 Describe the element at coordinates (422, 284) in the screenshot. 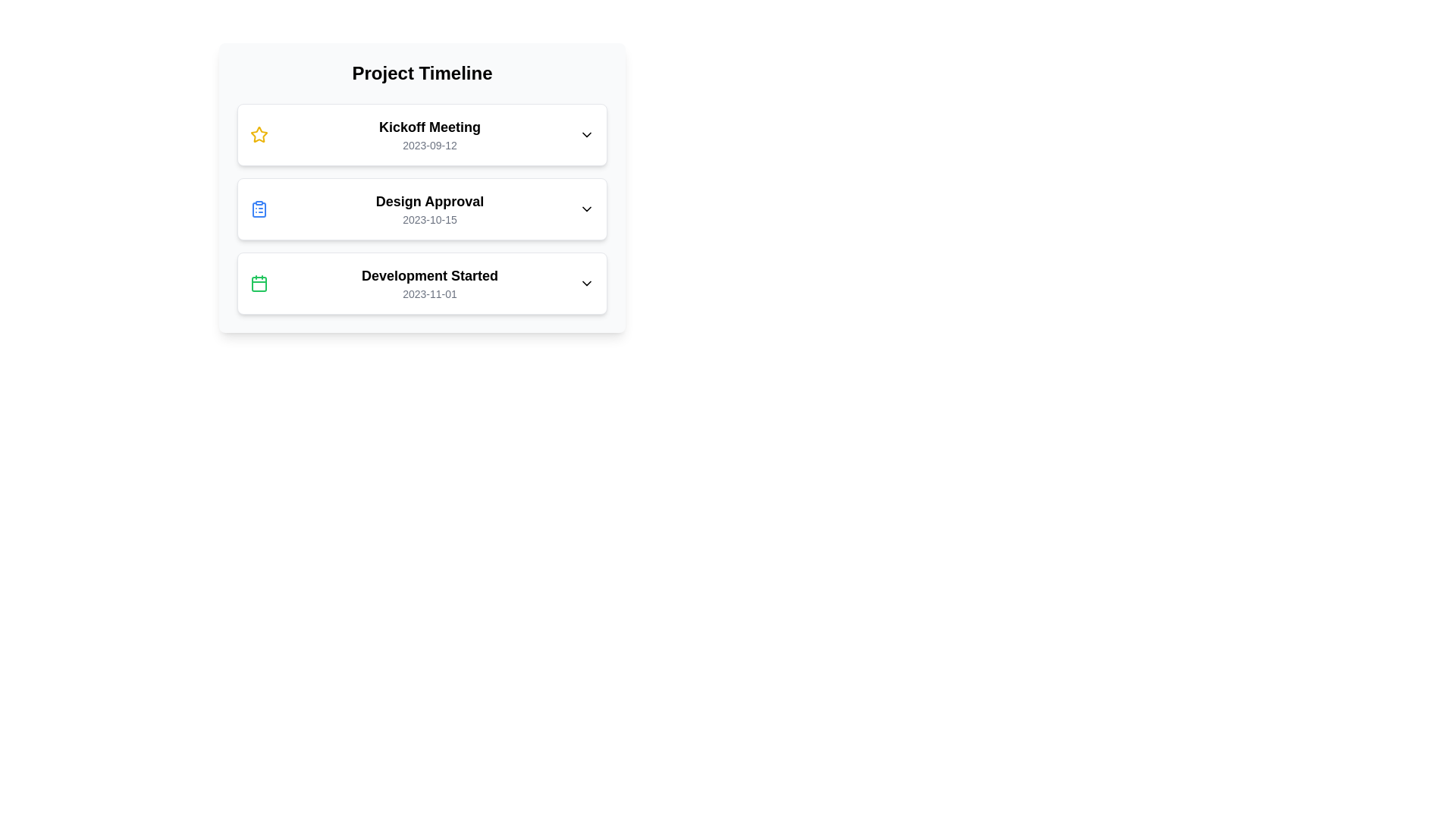

I see `the third item in the vertically stacked list of cards, which has a white background and contains the title 'Development Started'` at that location.